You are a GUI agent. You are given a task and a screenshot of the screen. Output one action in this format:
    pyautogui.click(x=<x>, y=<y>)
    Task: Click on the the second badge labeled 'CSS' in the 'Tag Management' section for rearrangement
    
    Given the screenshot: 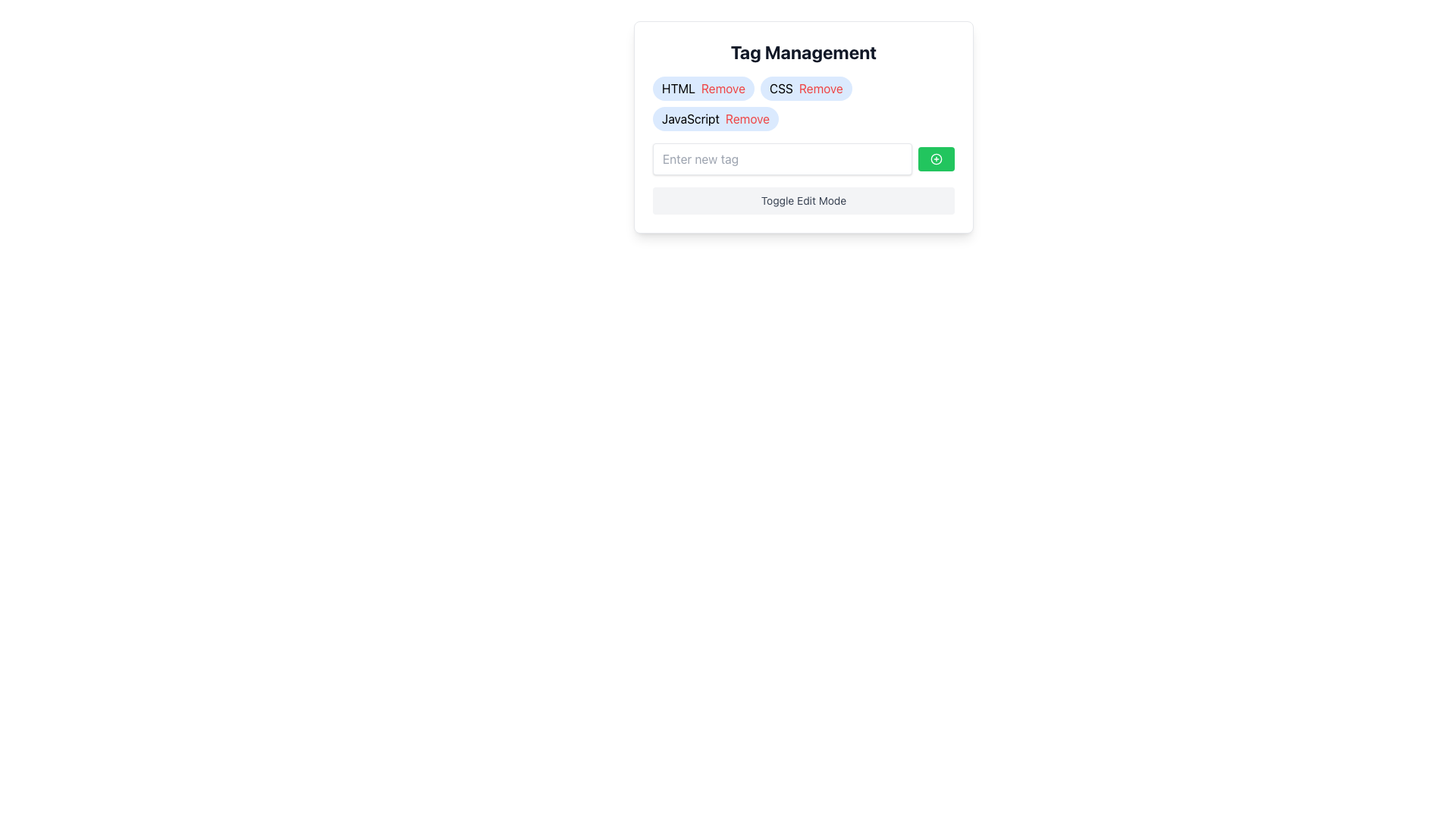 What is the action you would take?
    pyautogui.click(x=805, y=88)
    